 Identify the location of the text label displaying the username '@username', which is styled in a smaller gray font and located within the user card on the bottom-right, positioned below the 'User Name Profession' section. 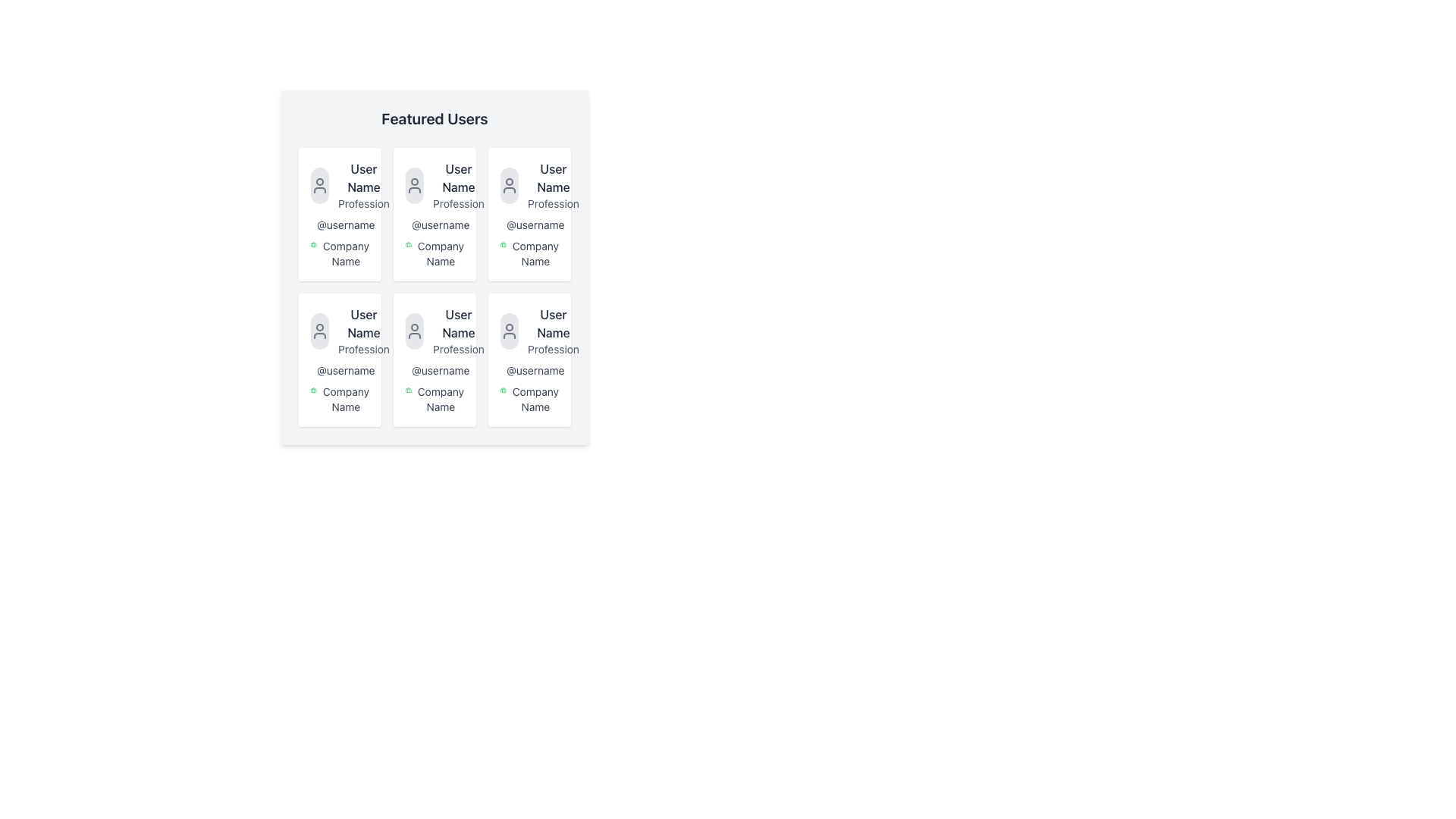
(529, 371).